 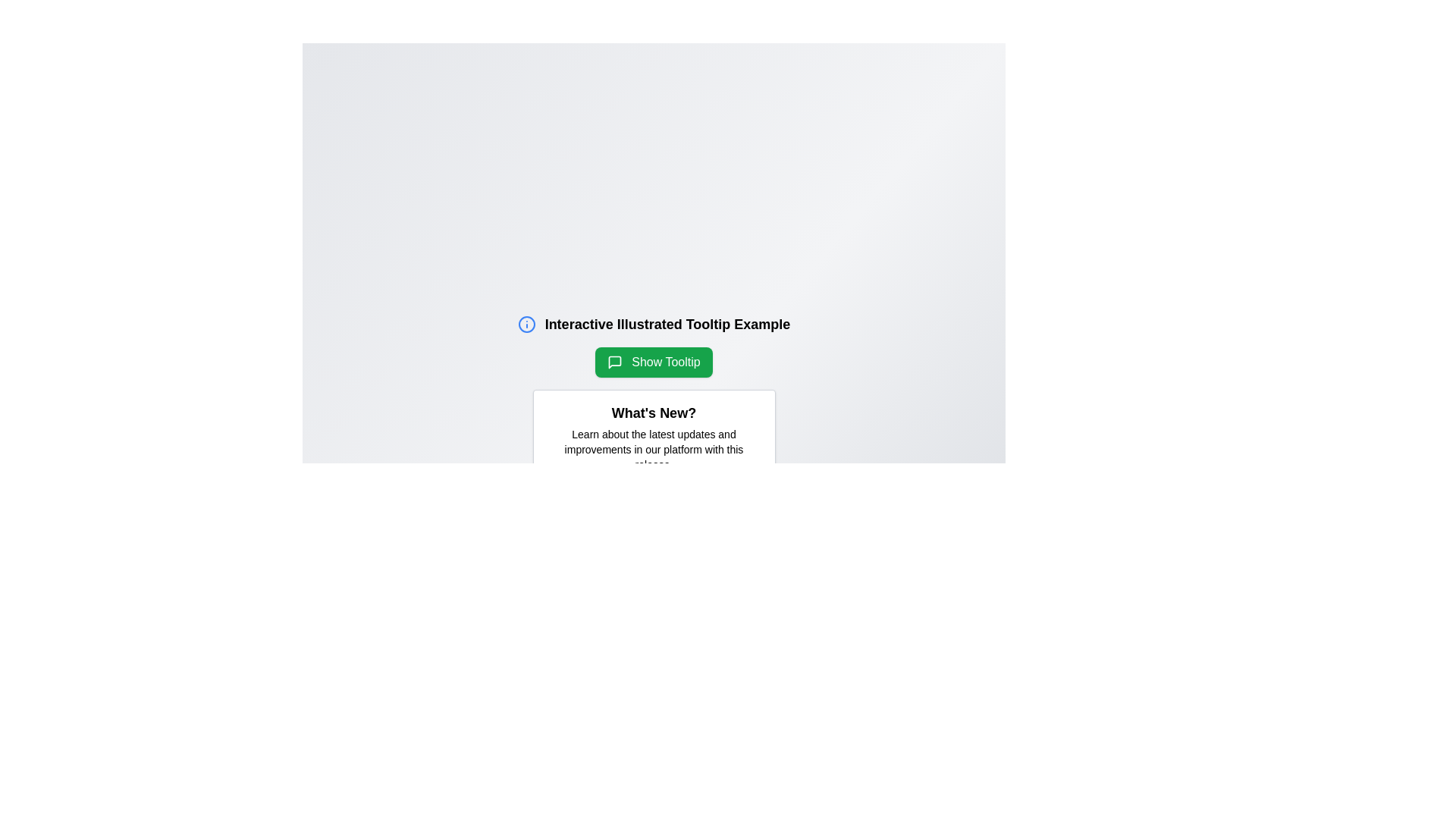 What do you see at coordinates (615, 362) in the screenshot?
I see `the SVG icon indicating a messaging or tooltip action within the 'Show Tooltip' button, located beneath the title 'Interactive Illustrated Tooltip Example'` at bounding box center [615, 362].